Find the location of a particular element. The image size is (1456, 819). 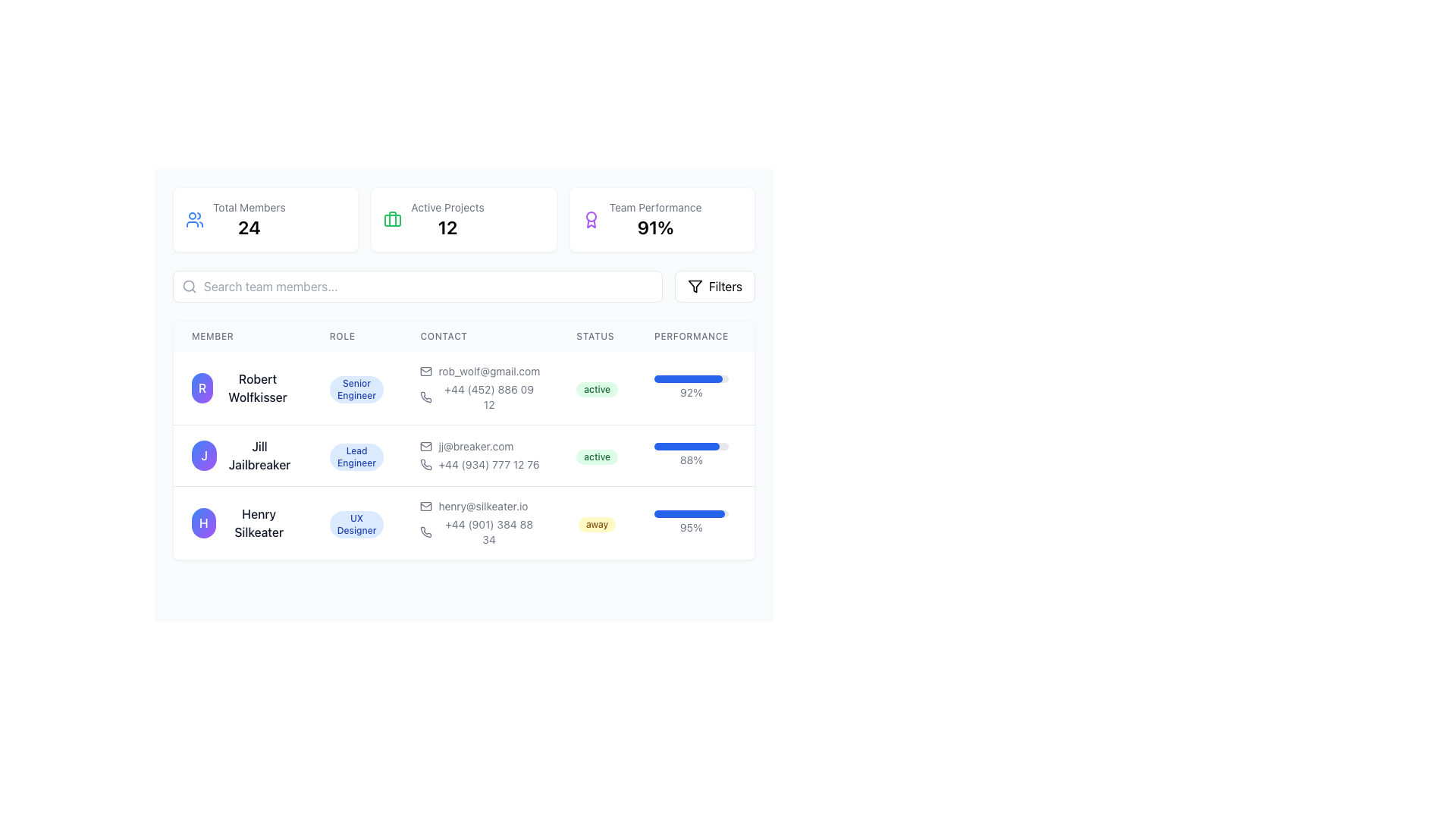

the pill-shaped label displaying 'UX Designer', located in the third row under the 'Role' column, adjacent to 'Henry Silkeater' and 'henry@silkeater.io' is located at coordinates (356, 522).